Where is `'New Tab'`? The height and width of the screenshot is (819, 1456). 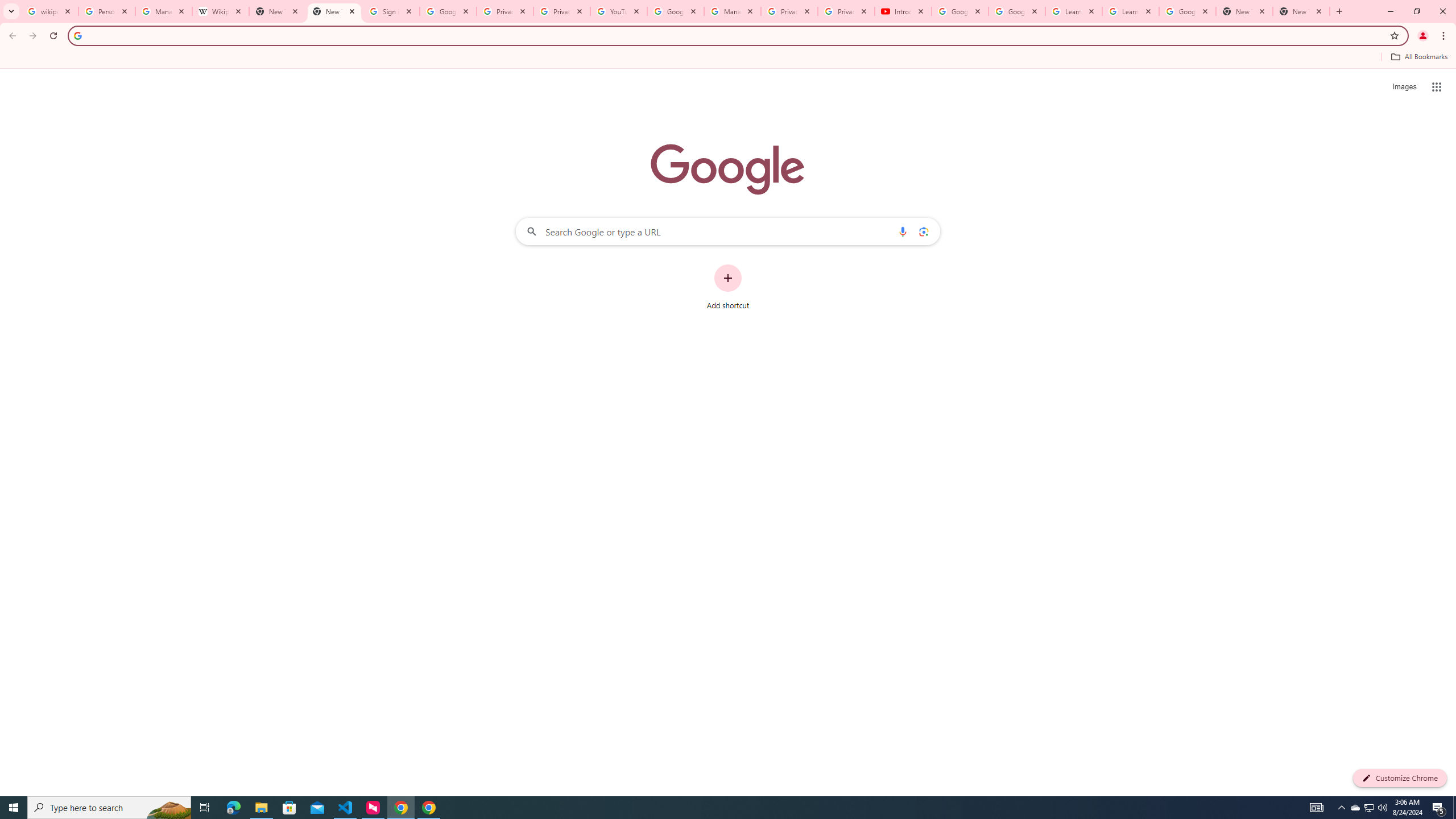 'New Tab' is located at coordinates (1301, 11).